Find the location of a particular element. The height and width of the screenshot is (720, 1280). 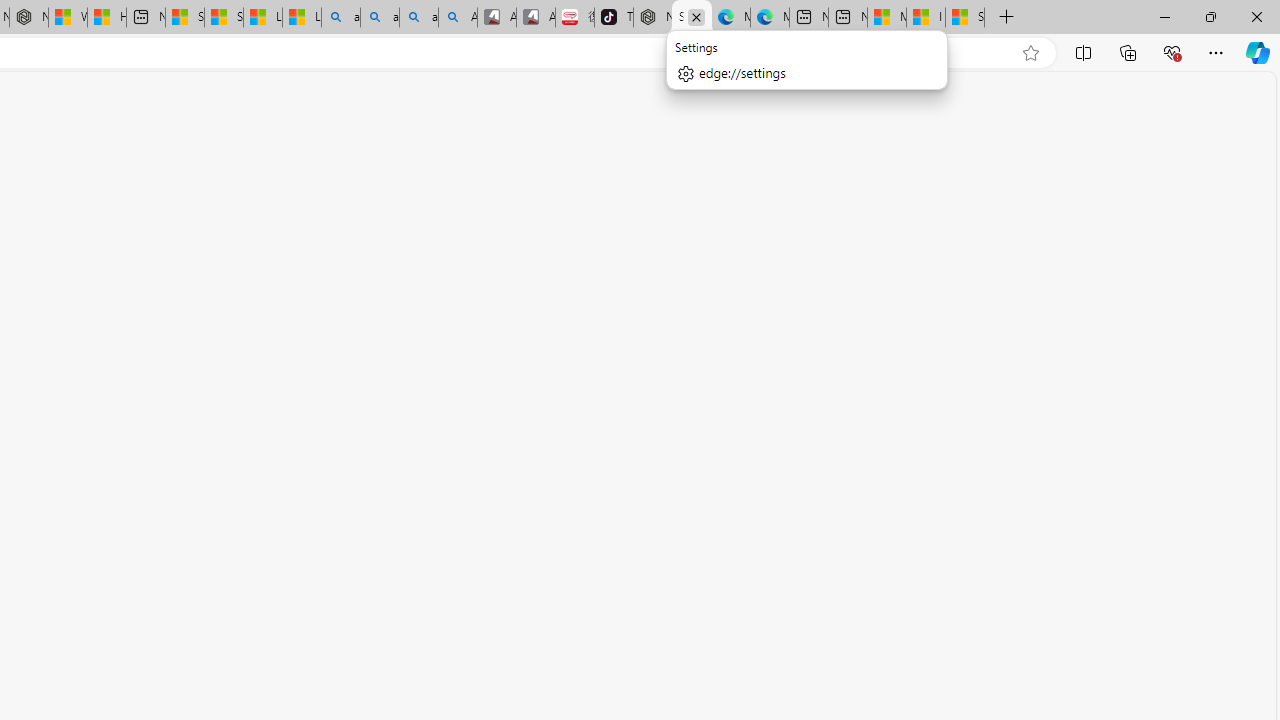

'Amazon Echo Robot - Search Images' is located at coordinates (457, 17).